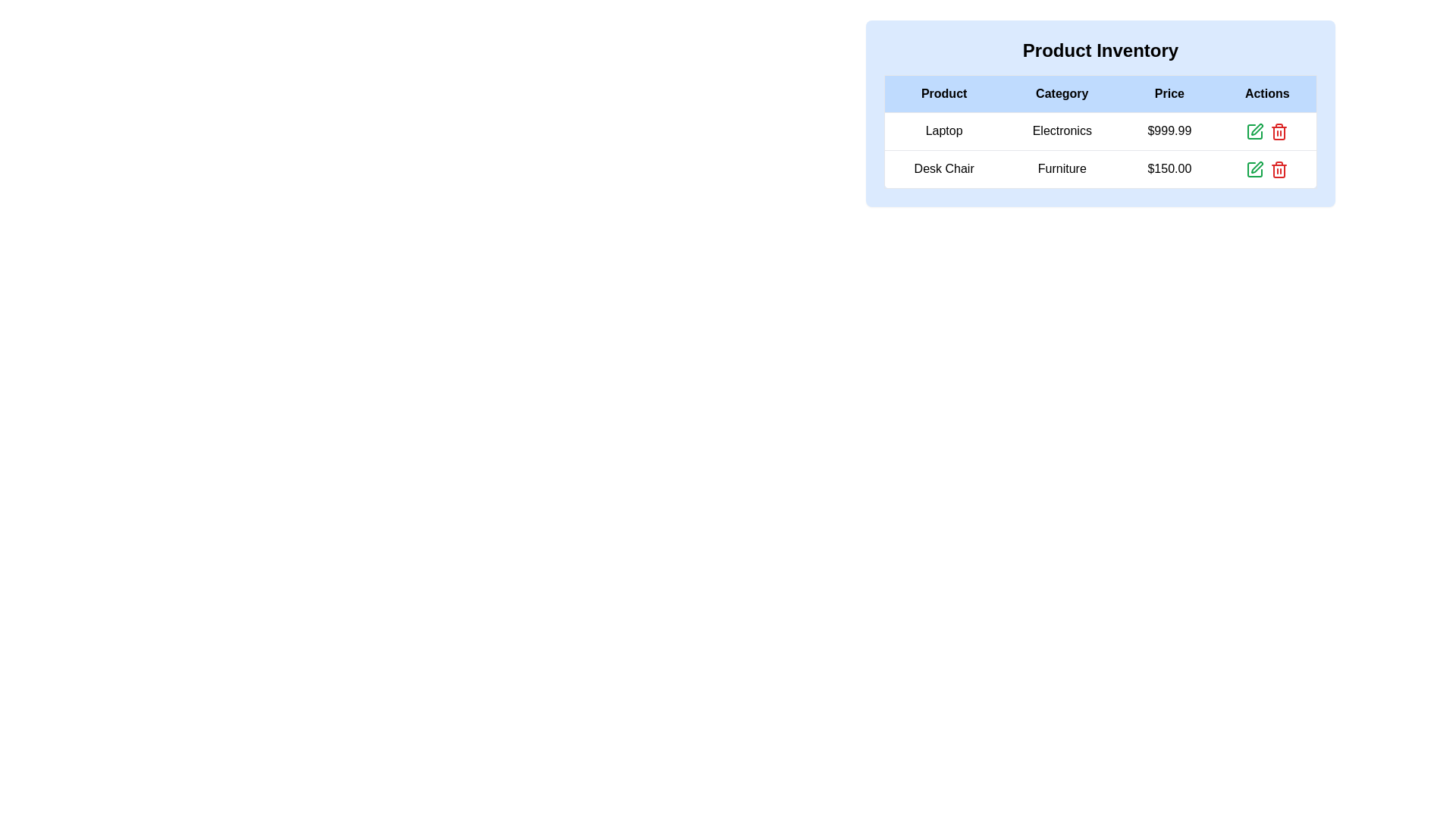 The height and width of the screenshot is (819, 1456). Describe the element at coordinates (1061, 93) in the screenshot. I see `the 'Category' column header in the 'Product Inventory' table` at that location.